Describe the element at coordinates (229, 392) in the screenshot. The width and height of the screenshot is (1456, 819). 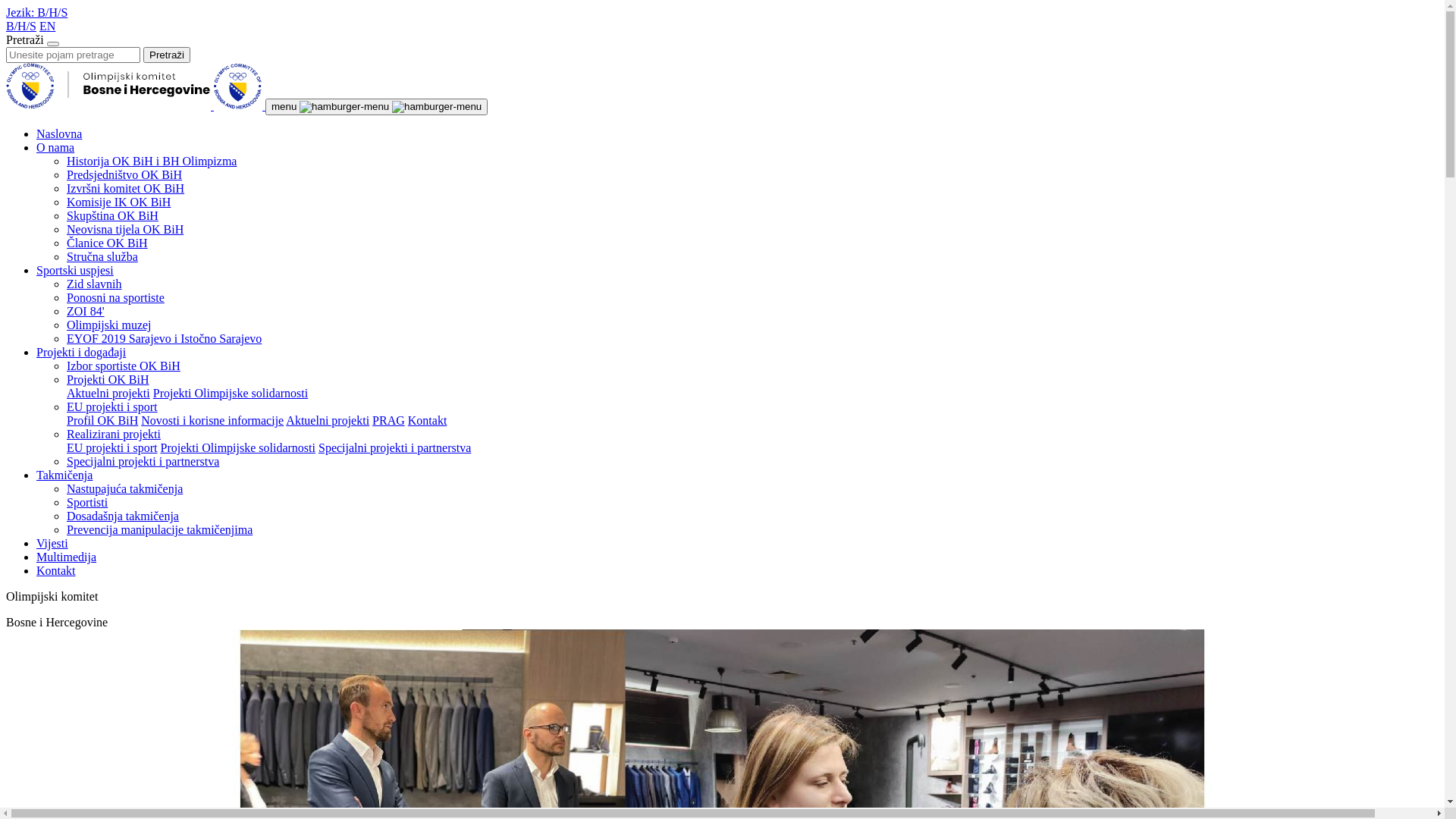
I see `'Projekti Olimpijske solidarnosti'` at that location.